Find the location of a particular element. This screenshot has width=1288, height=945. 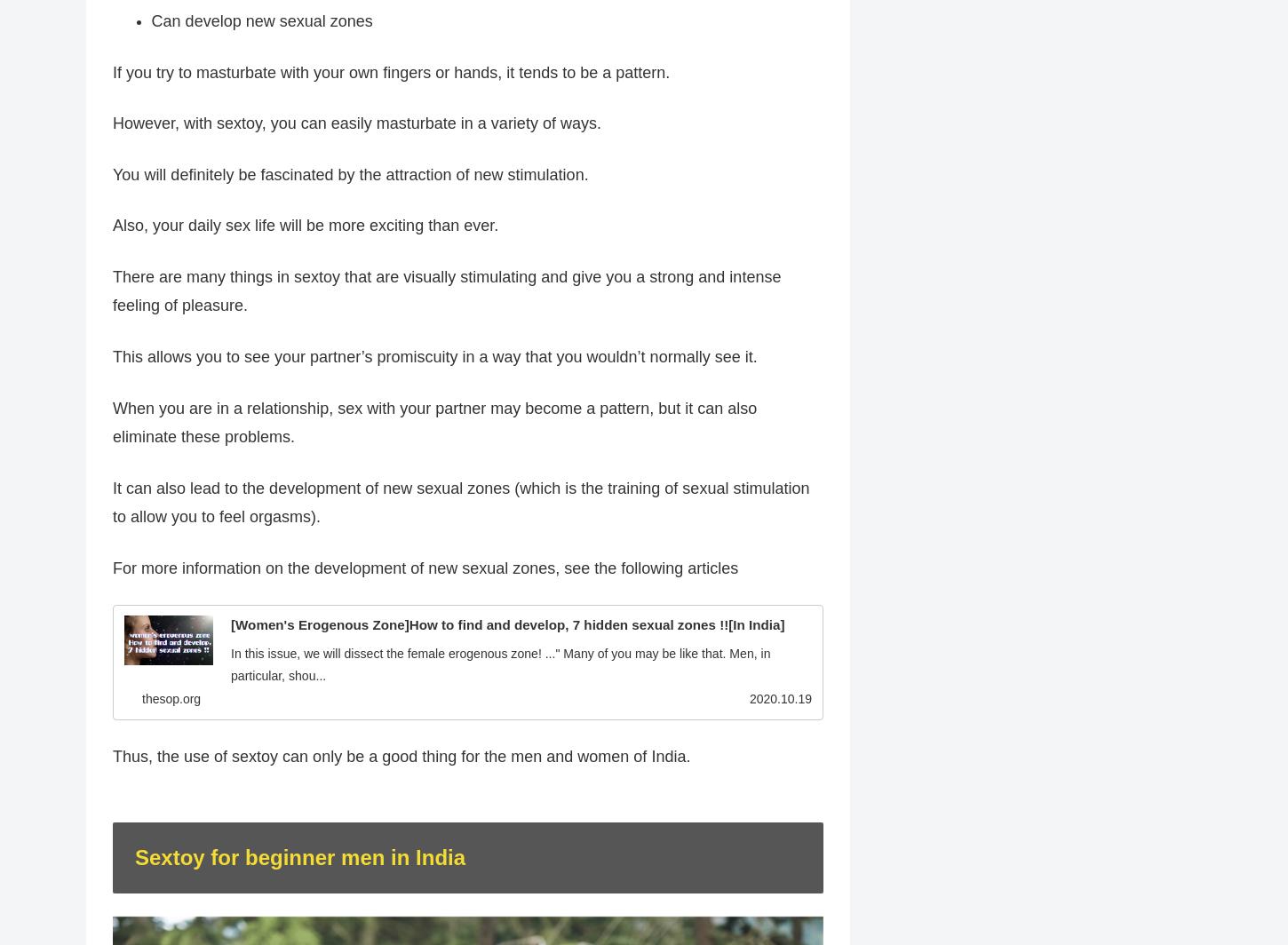

'If you try to masturbate with your own fingers or hands, it tends to be a pattern.' is located at coordinates (390, 71).